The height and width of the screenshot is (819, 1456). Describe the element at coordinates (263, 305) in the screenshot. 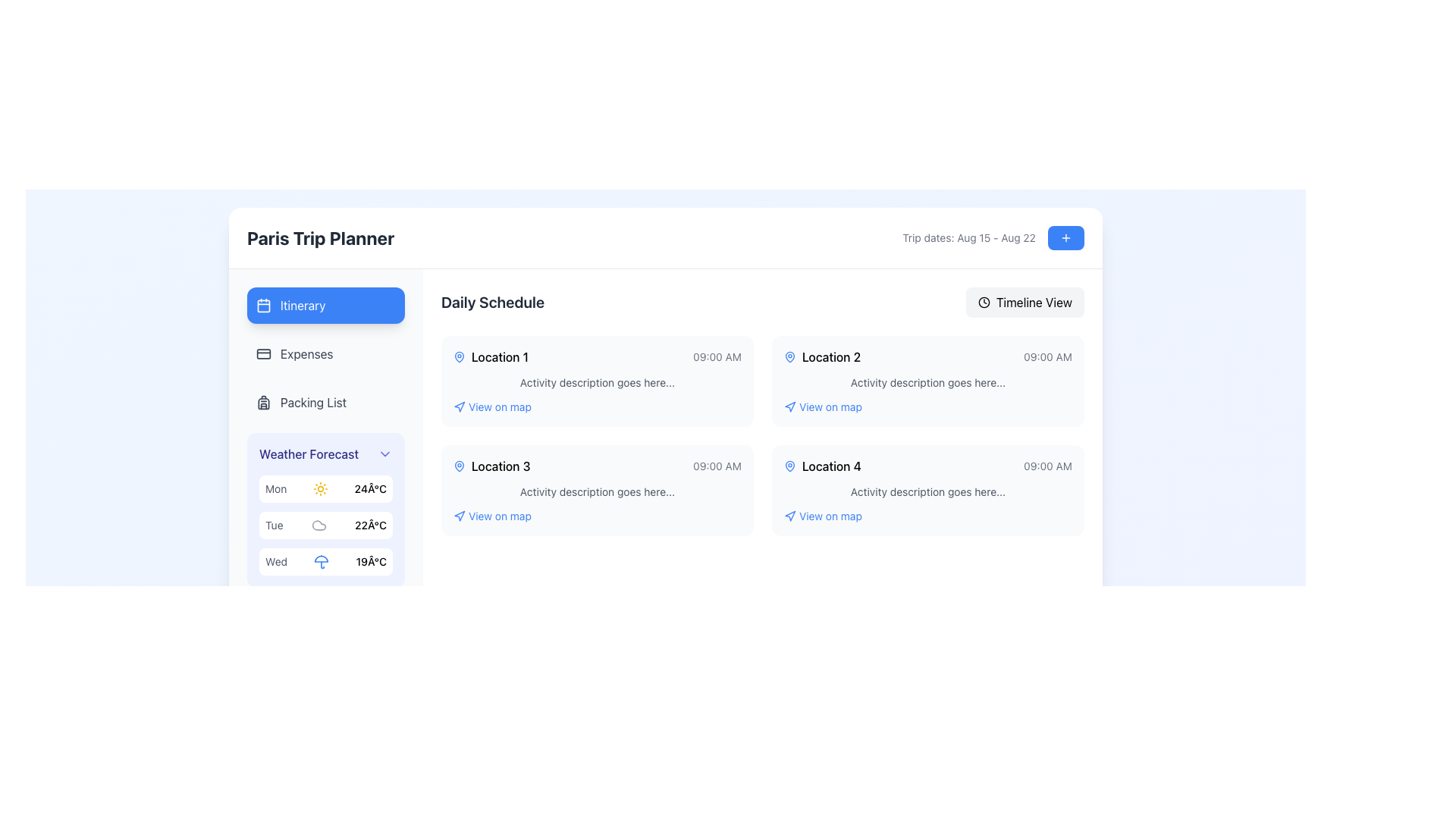

I see `the calendar icon that represents the 'Itinerary' button in the left-side navigation menu` at that location.